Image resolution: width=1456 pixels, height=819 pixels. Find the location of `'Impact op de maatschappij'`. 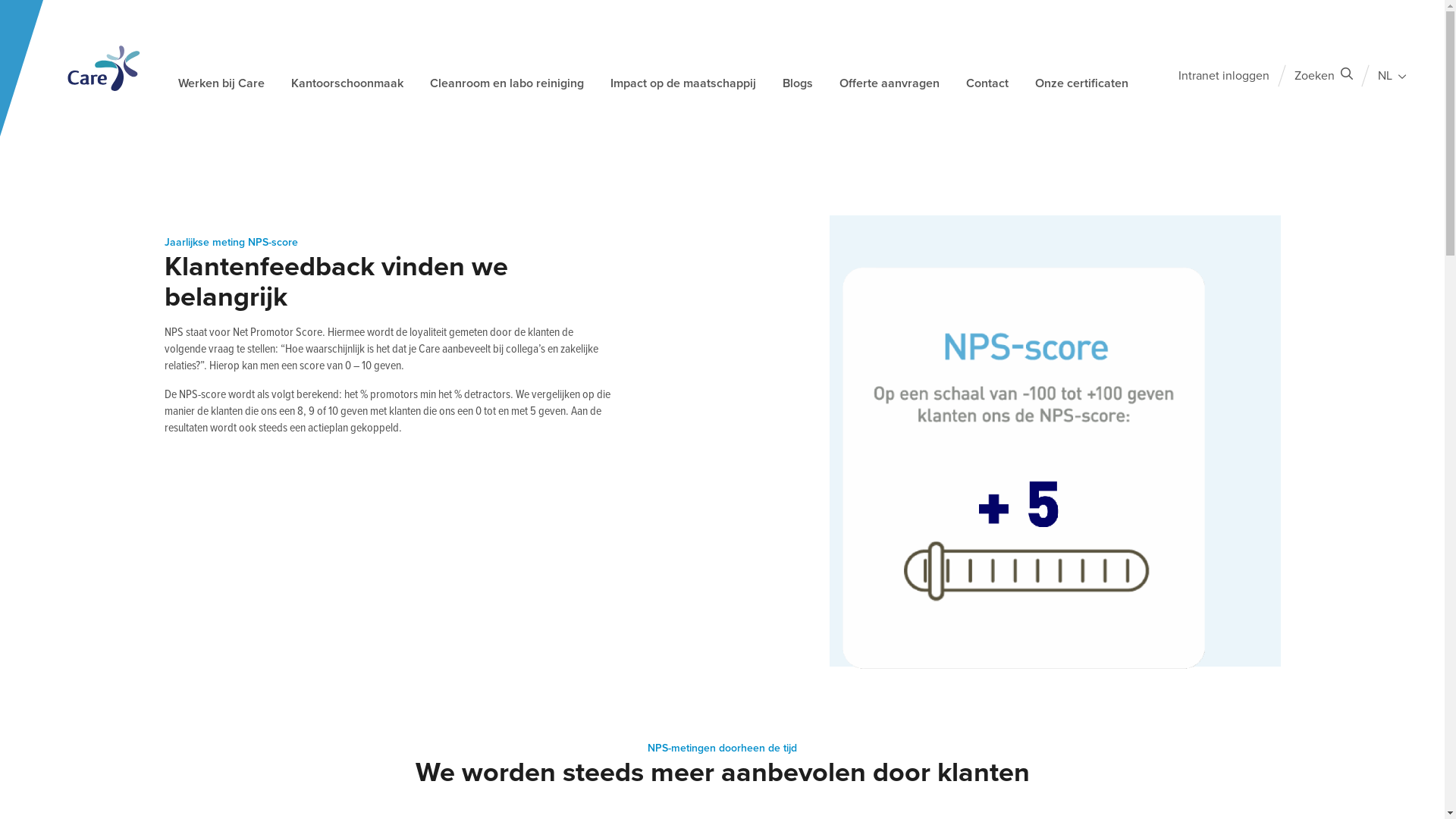

'Impact op de maatschappij' is located at coordinates (682, 87).